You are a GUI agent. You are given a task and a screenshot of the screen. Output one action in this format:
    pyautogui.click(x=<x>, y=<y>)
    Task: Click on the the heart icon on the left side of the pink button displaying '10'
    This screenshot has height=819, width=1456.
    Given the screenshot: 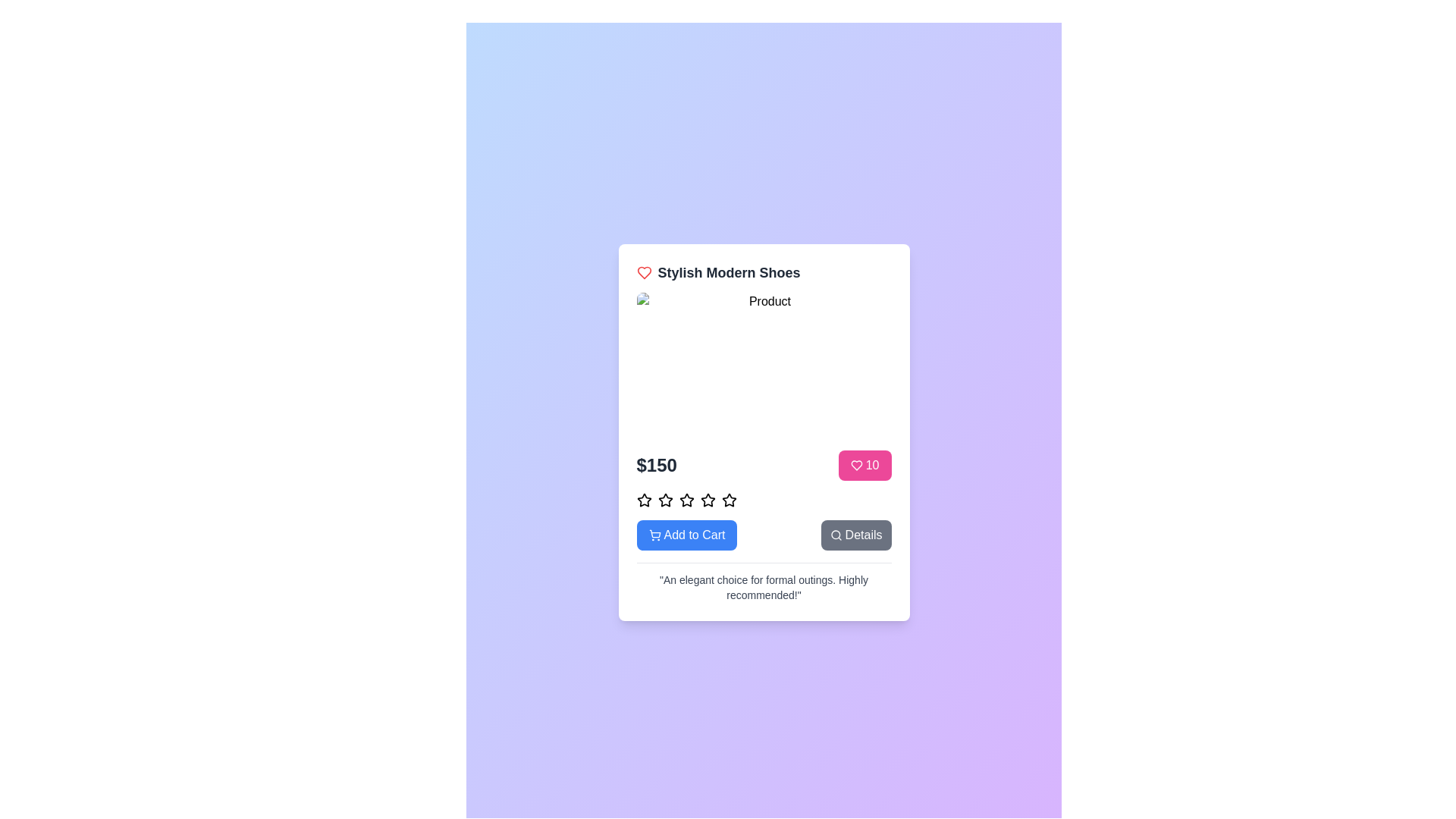 What is the action you would take?
    pyautogui.click(x=856, y=464)
    